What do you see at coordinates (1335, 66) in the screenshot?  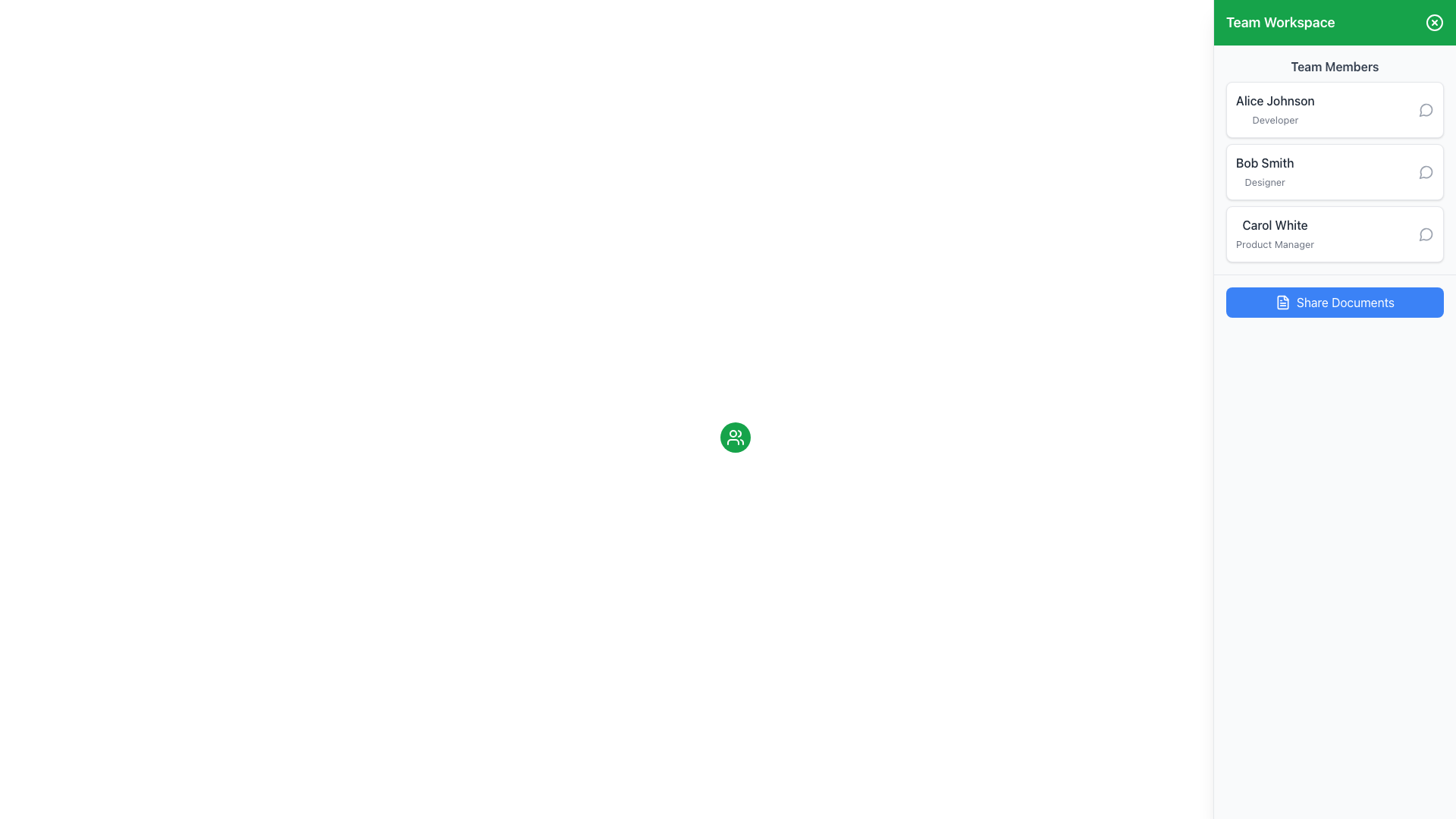 I see `the header text indicating the team members section in the right sidebar labeled 'Team Workspace'` at bounding box center [1335, 66].